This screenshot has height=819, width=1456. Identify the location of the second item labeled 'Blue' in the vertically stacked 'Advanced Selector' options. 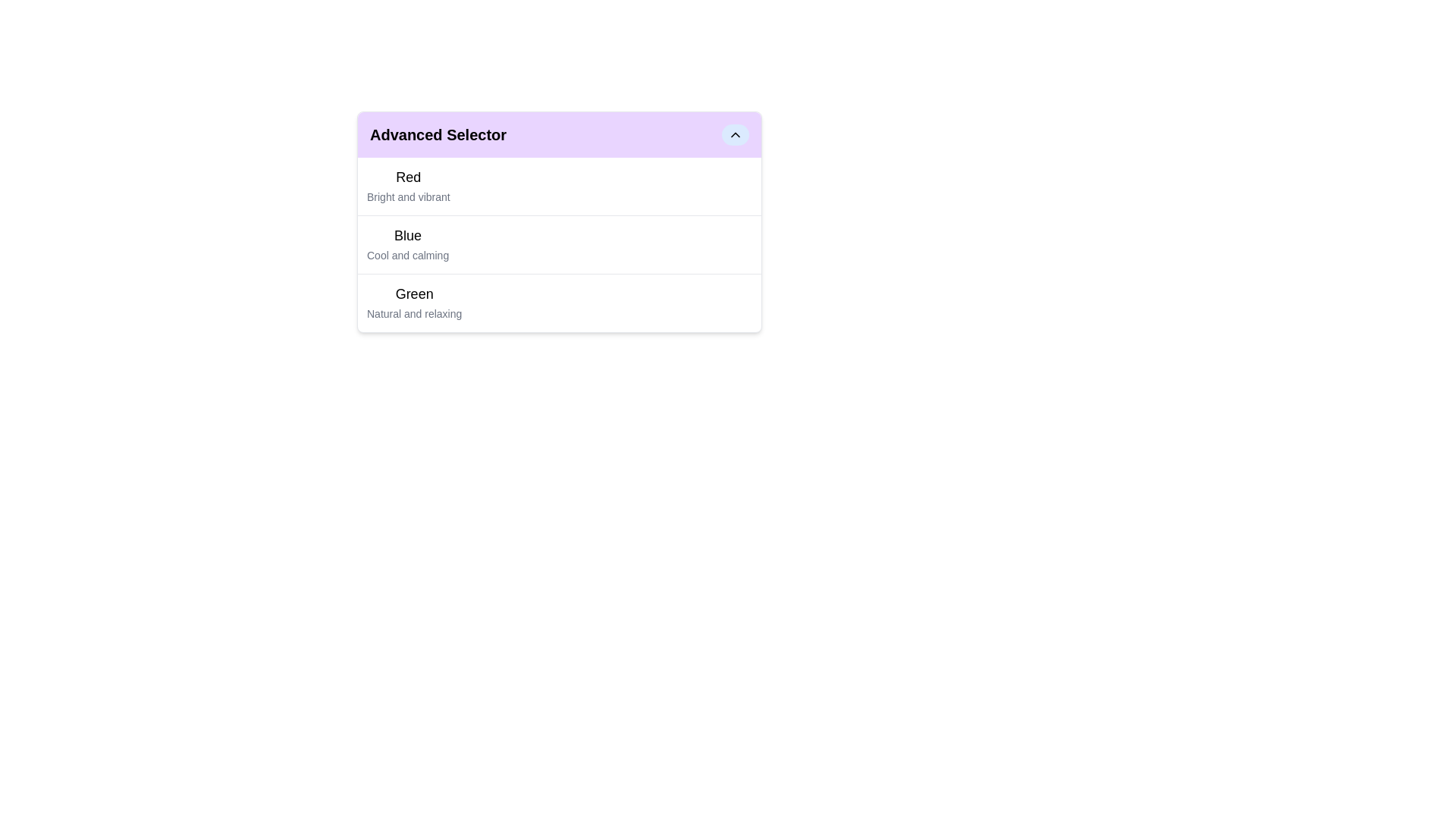
(559, 222).